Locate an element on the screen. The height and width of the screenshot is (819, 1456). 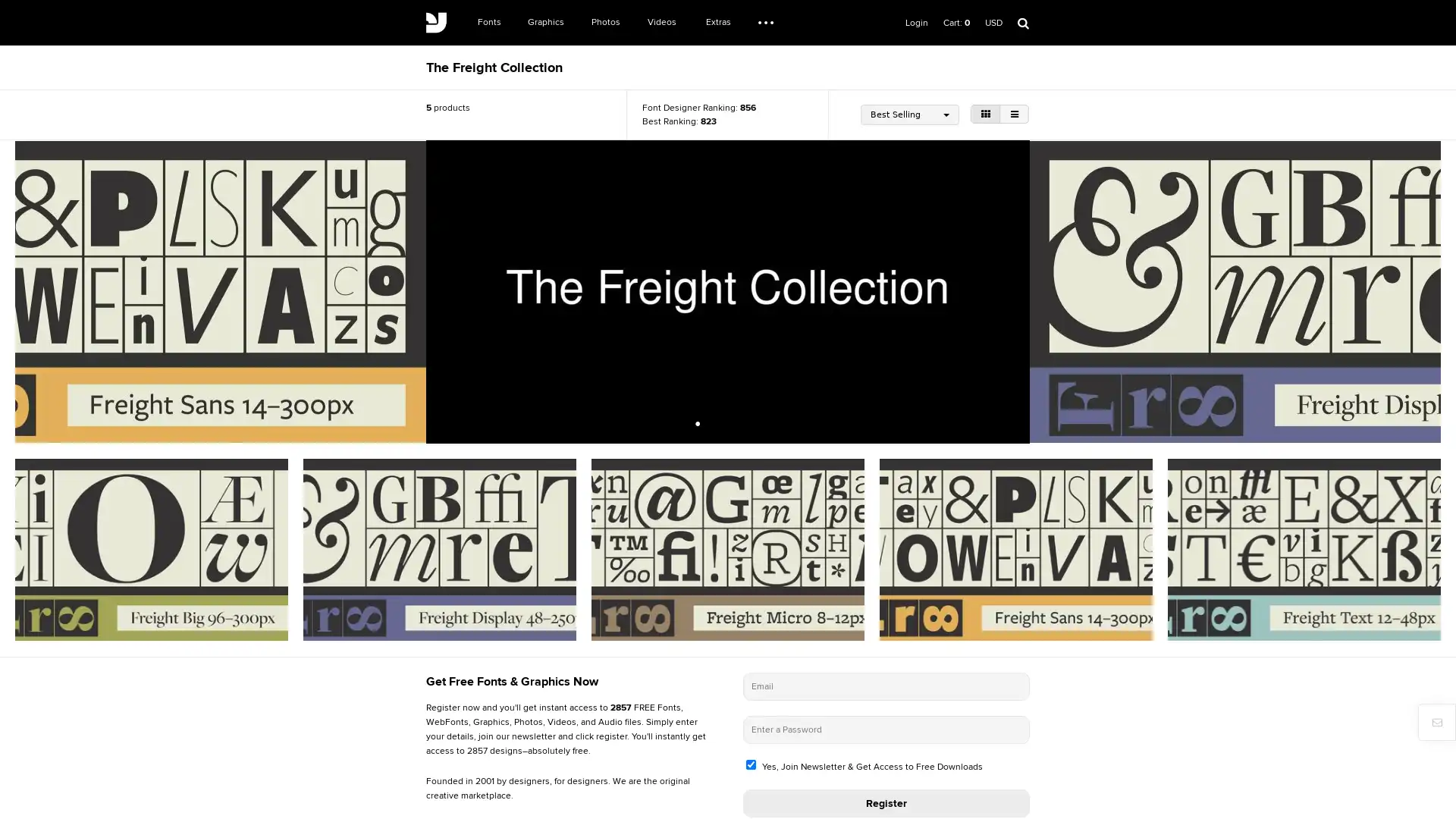
Best Selling is located at coordinates (910, 114).